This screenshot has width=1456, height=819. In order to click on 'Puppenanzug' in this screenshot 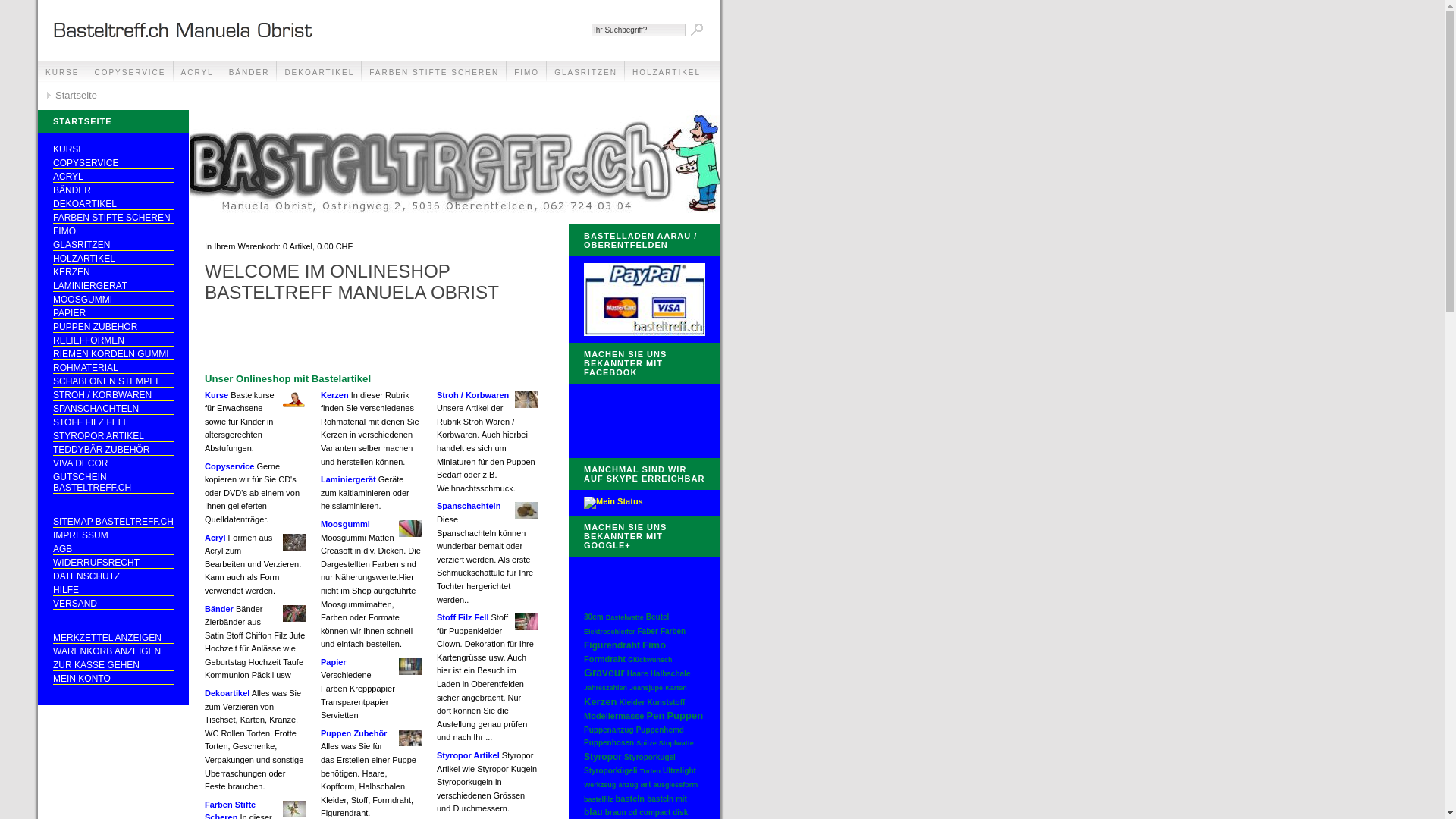, I will do `click(608, 729)`.